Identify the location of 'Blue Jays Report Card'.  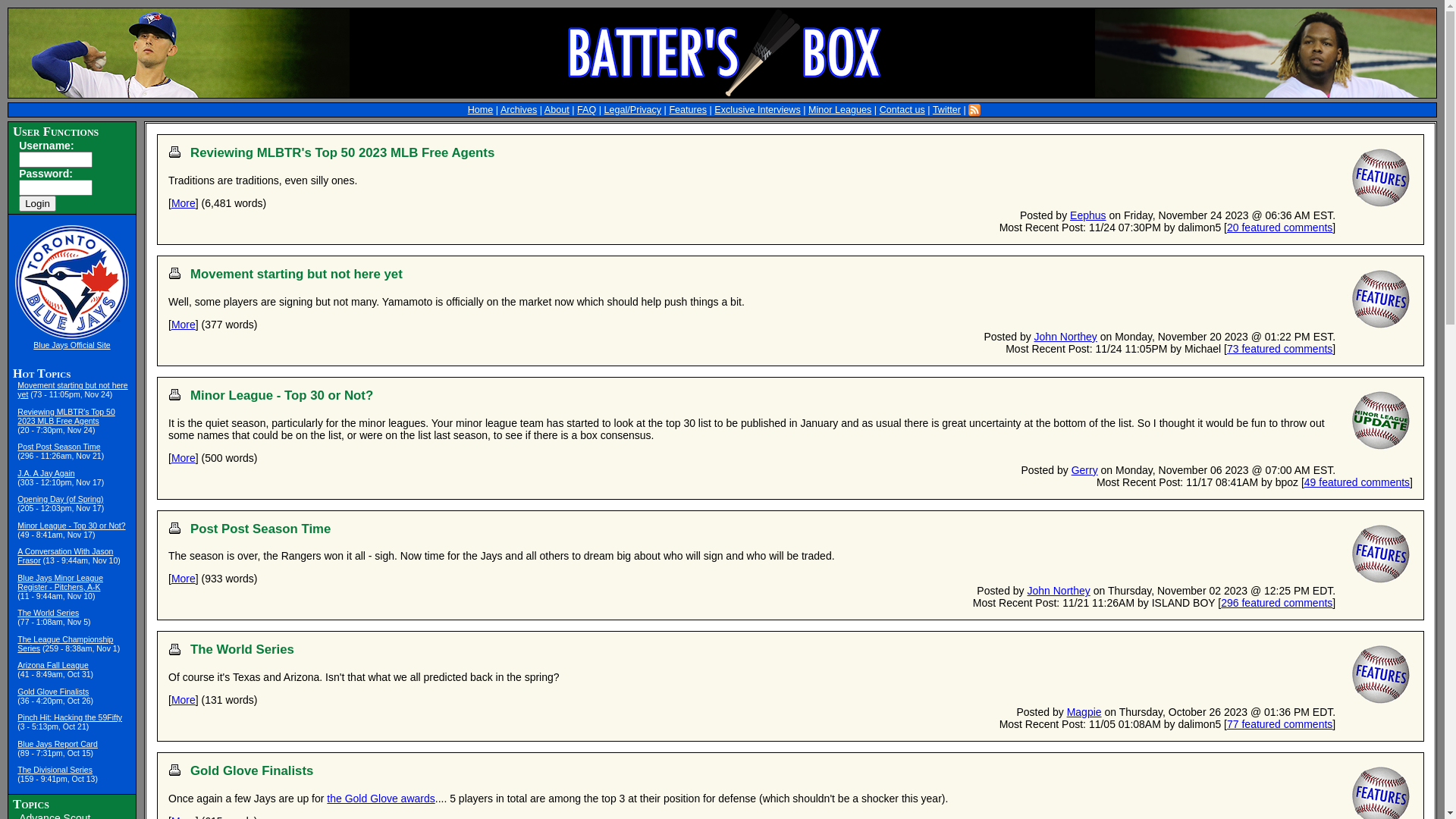
(58, 742).